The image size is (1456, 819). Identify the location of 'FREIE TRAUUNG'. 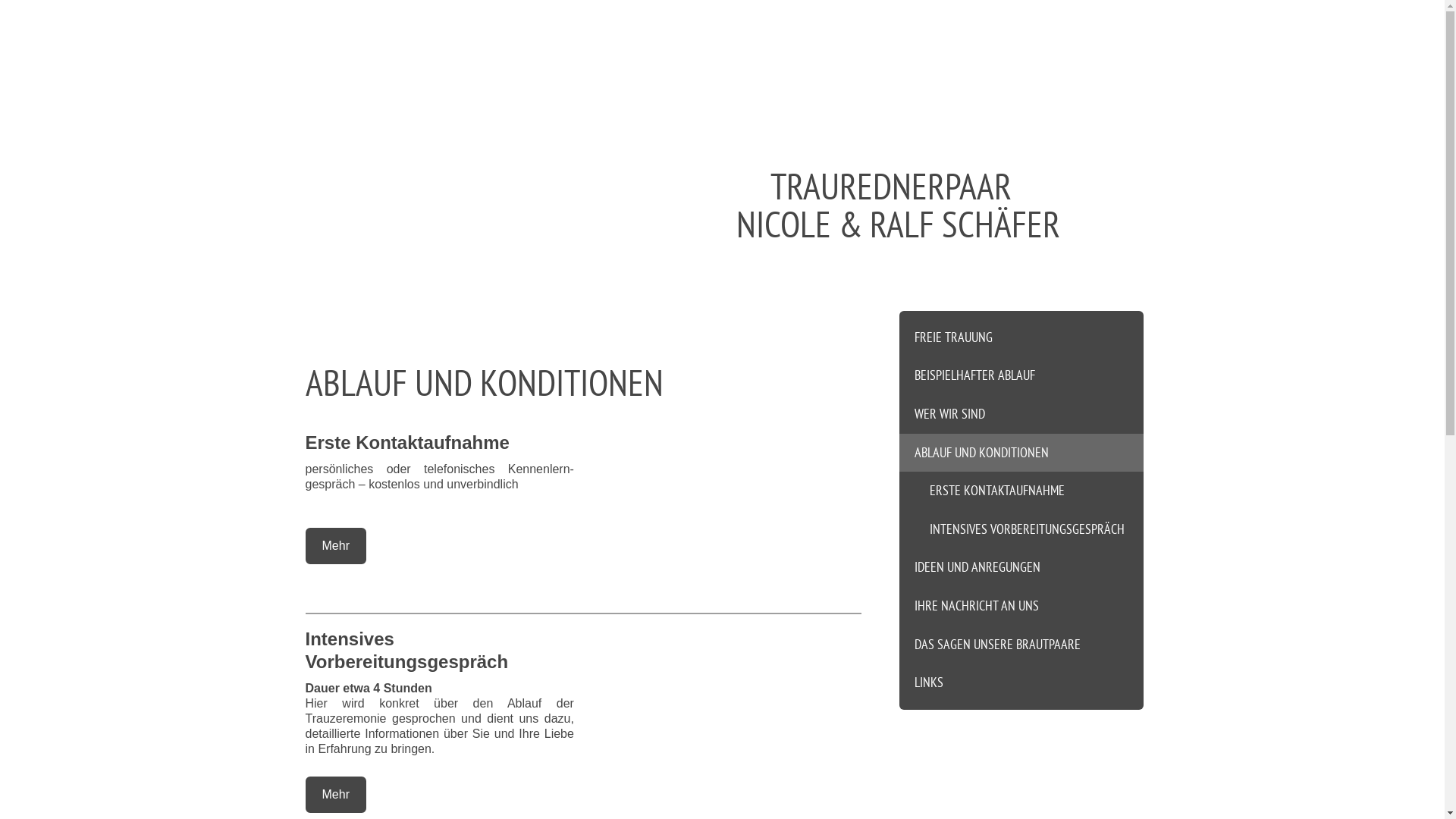
(1021, 333).